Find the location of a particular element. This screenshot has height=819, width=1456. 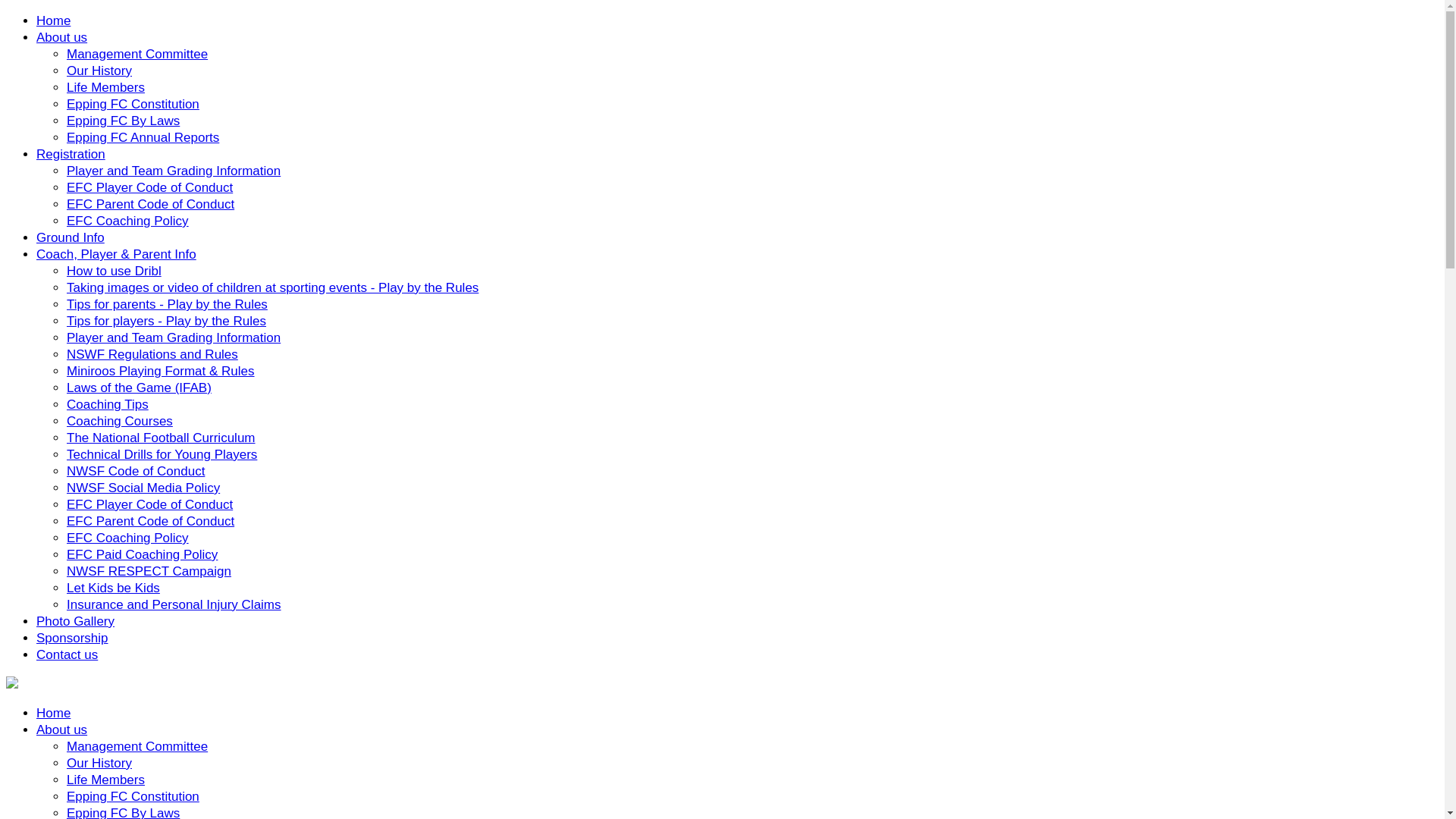

'Home' is located at coordinates (53, 713).